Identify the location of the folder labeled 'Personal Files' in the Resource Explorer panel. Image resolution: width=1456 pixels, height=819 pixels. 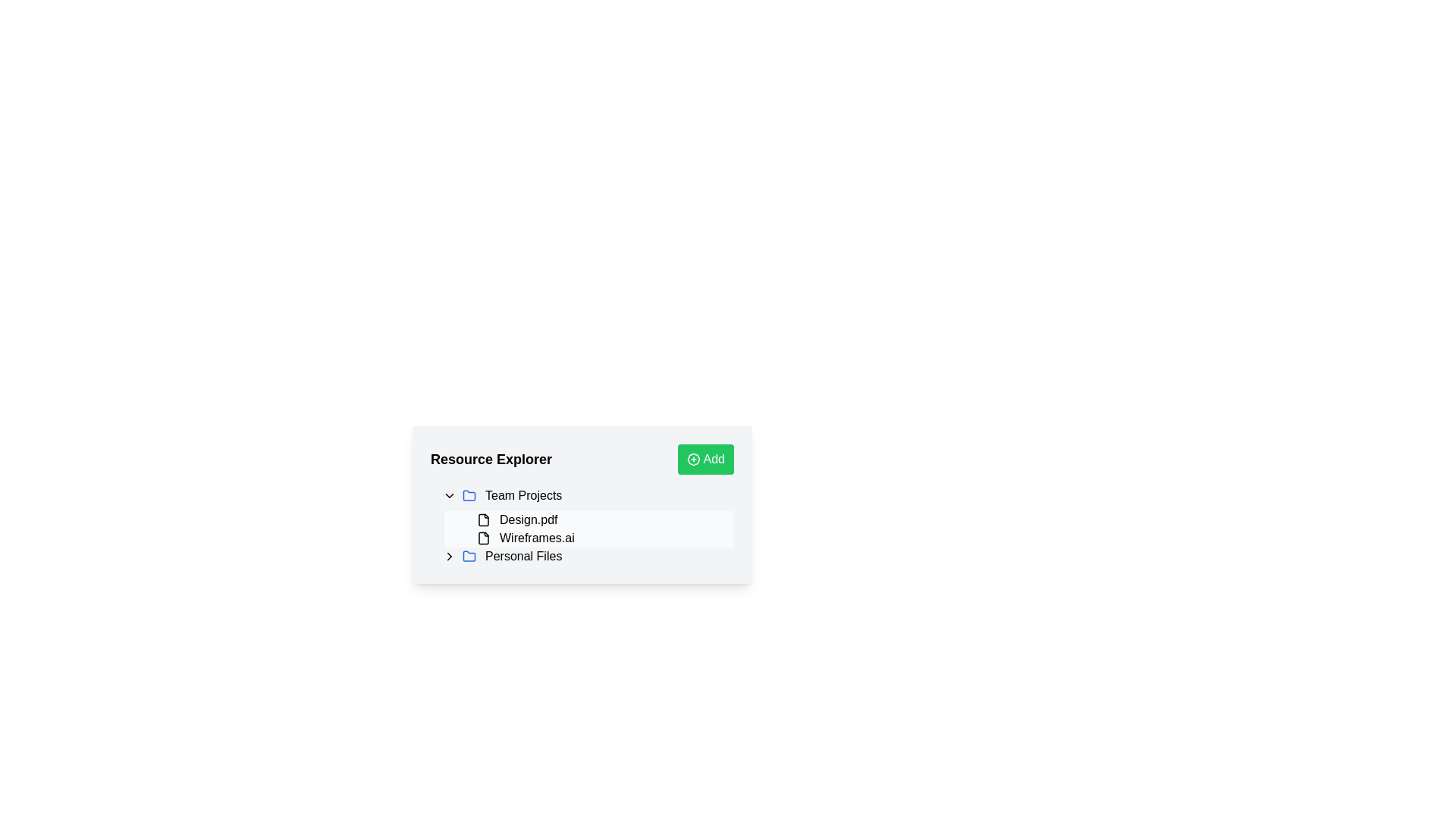
(582, 556).